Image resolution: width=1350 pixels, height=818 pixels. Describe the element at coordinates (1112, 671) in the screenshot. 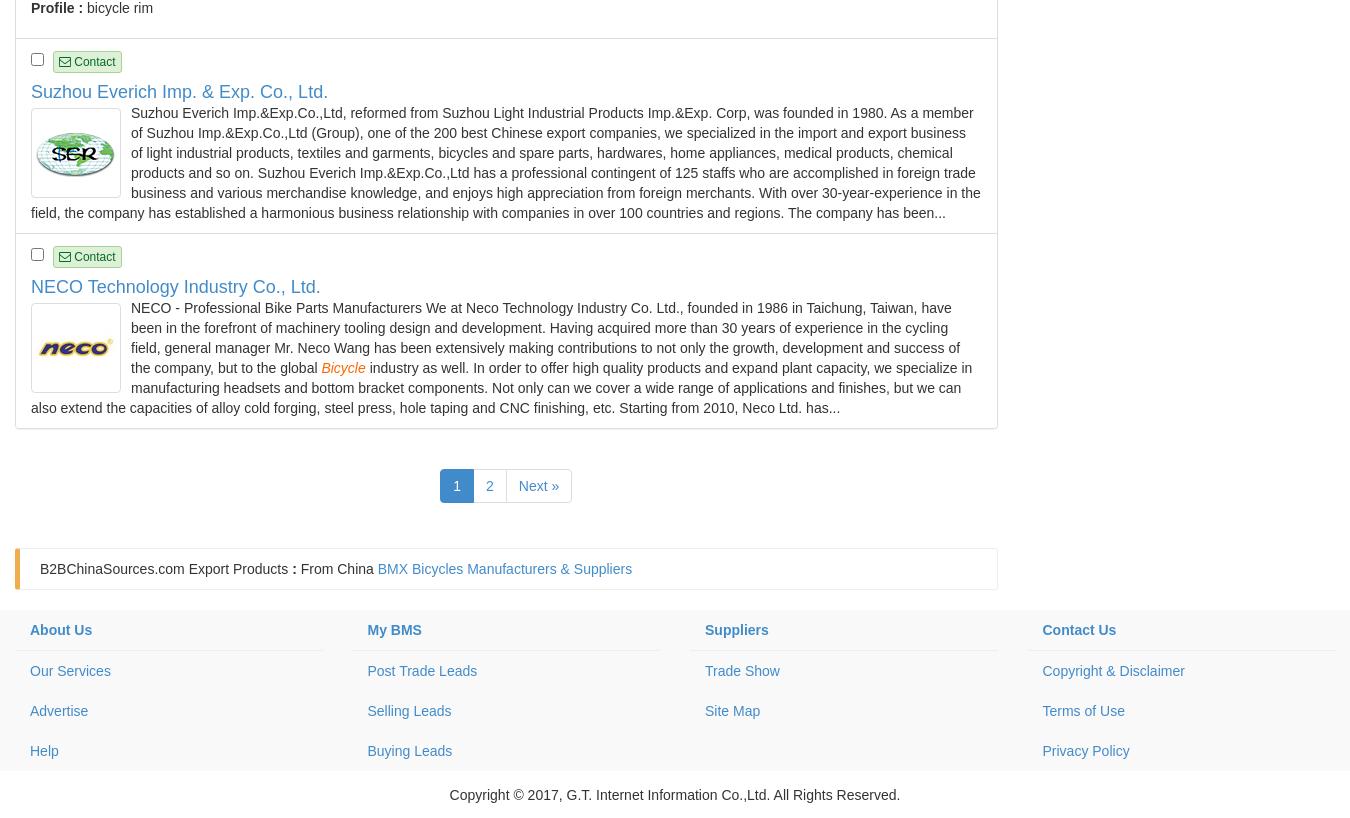

I see `'Copyright & Disclaimer'` at that location.